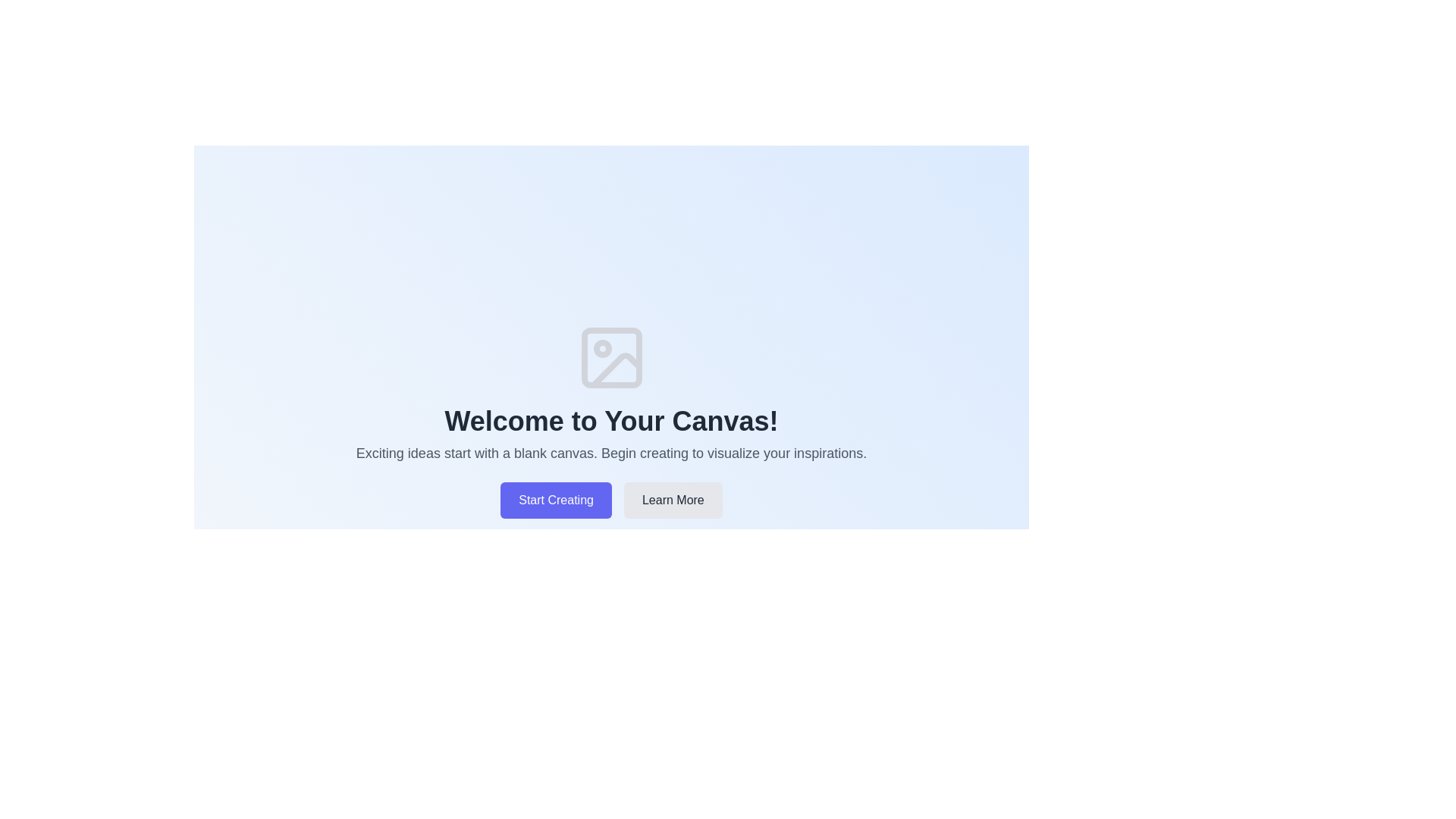 Image resolution: width=1456 pixels, height=819 pixels. Describe the element at coordinates (555, 500) in the screenshot. I see `the leftmost button beneath the 'Welcome to Your Canvas!' text to initiate the creation process` at that location.